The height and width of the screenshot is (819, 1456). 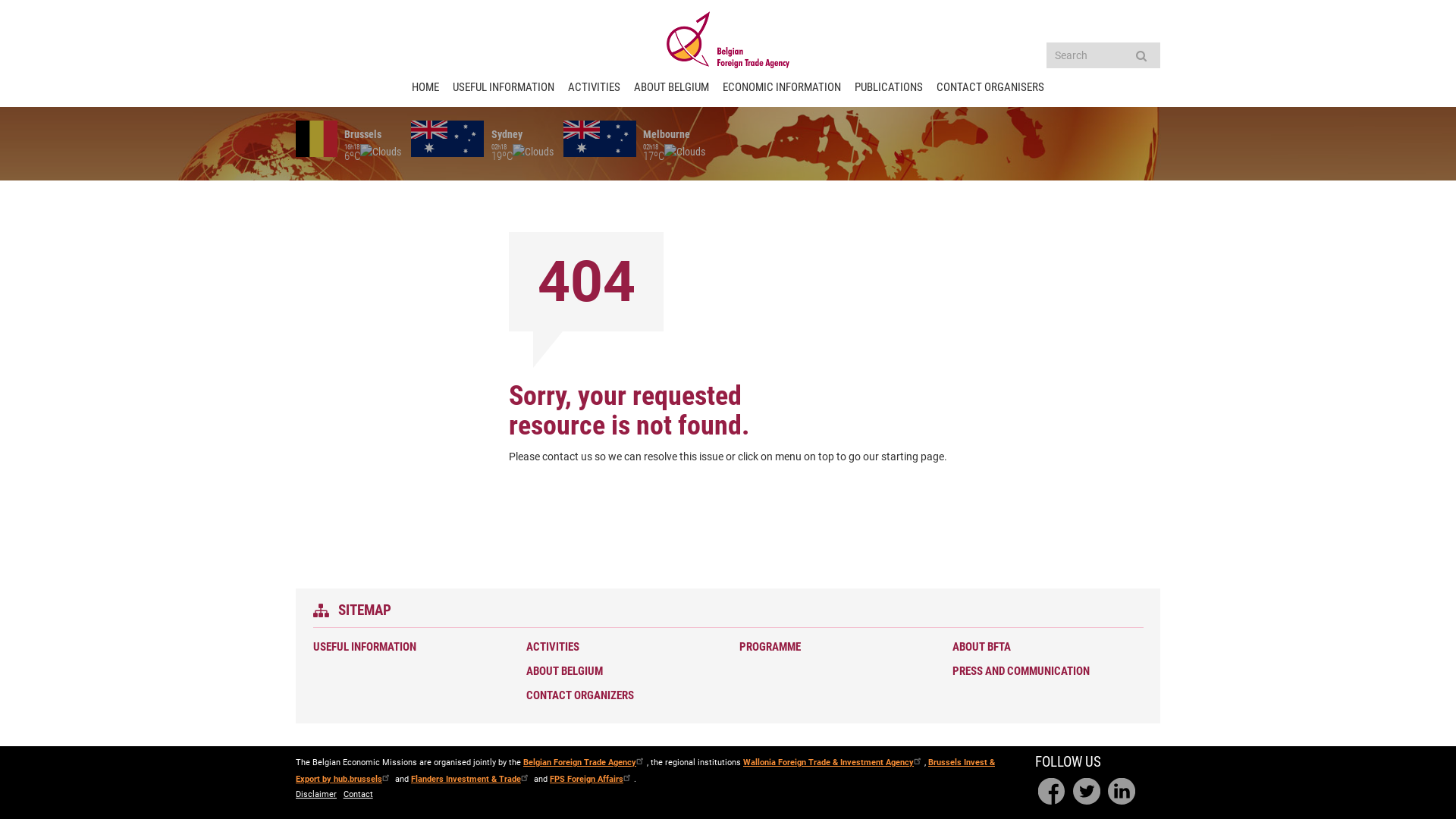 I want to click on 'Belgian Foreign Trade Agency(link is external)', so click(x=584, y=762).